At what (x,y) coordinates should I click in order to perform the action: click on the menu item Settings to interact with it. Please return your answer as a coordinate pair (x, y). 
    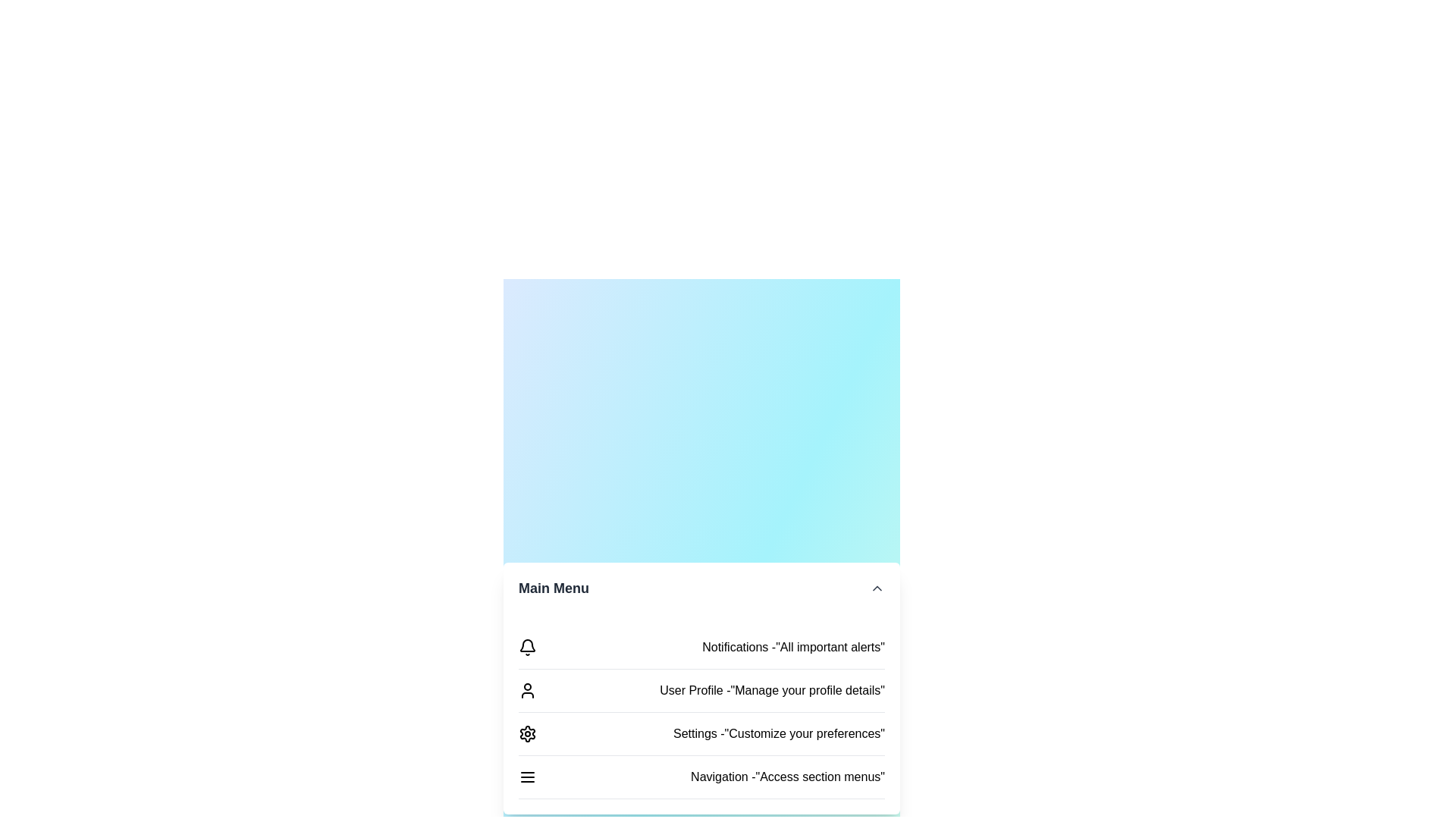
    Looking at the image, I should click on (701, 733).